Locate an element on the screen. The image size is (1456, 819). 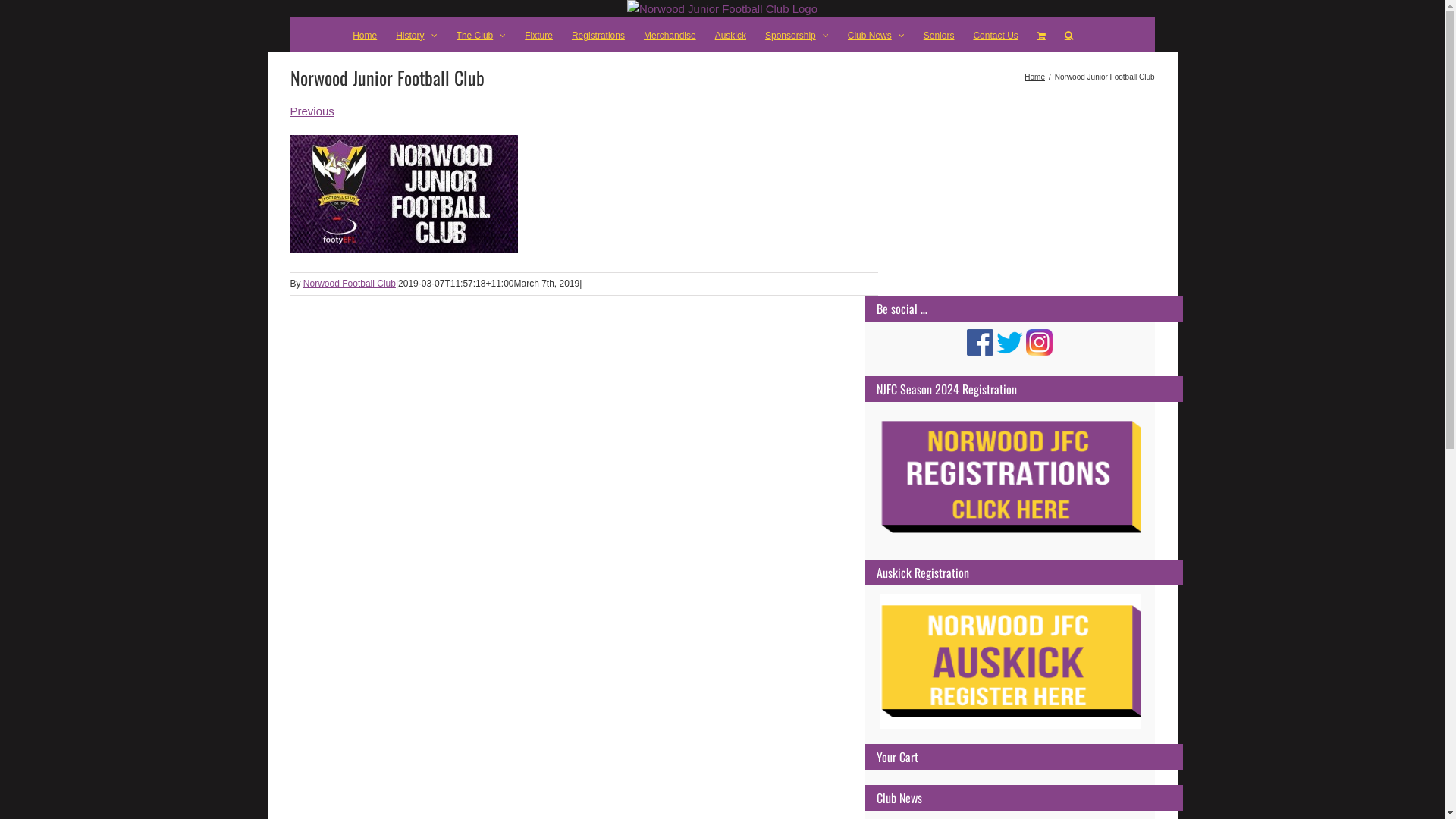
'Fixture' is located at coordinates (538, 34).